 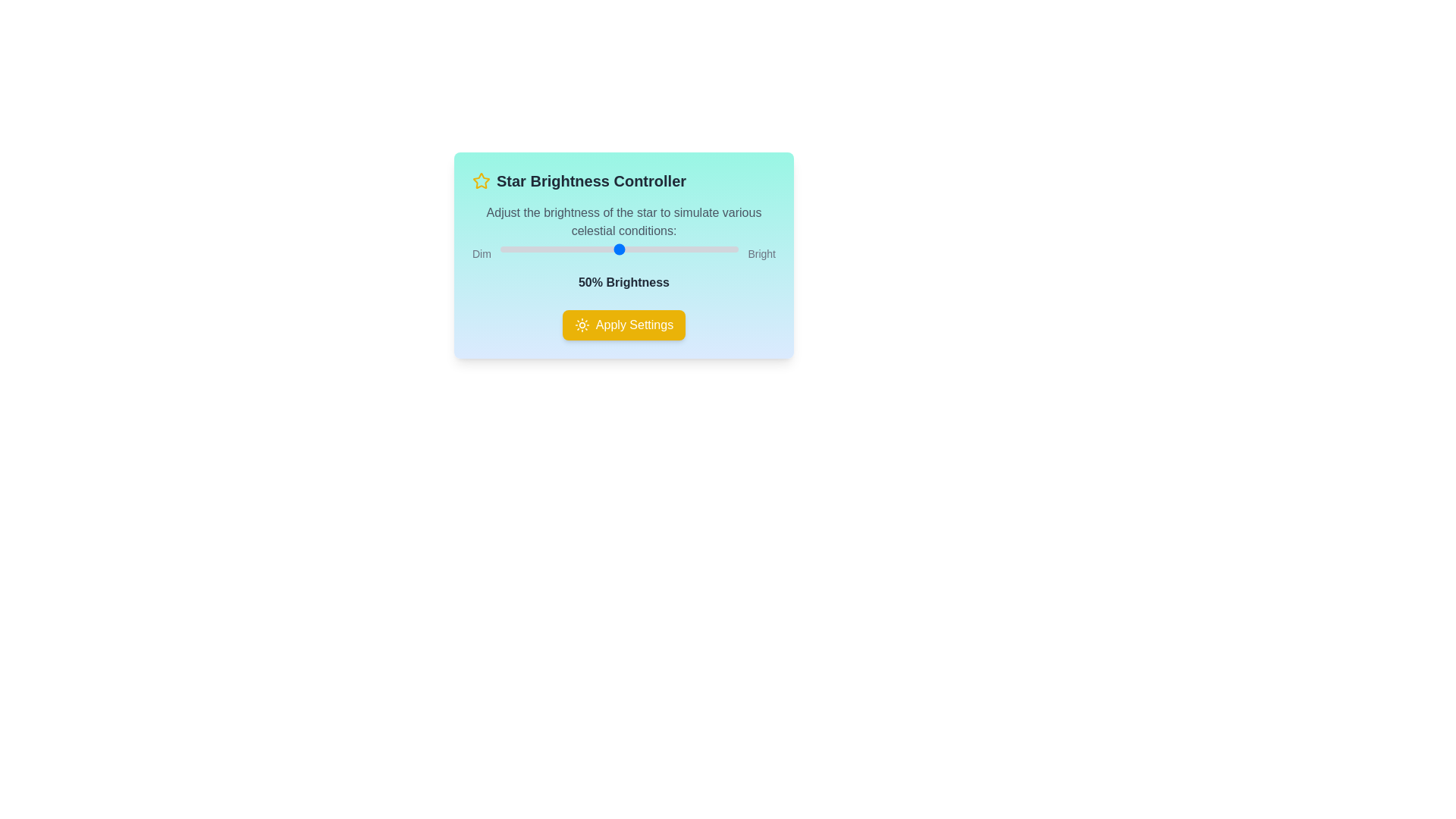 What do you see at coordinates (721, 248) in the screenshot?
I see `the brightness slider to 93%` at bounding box center [721, 248].